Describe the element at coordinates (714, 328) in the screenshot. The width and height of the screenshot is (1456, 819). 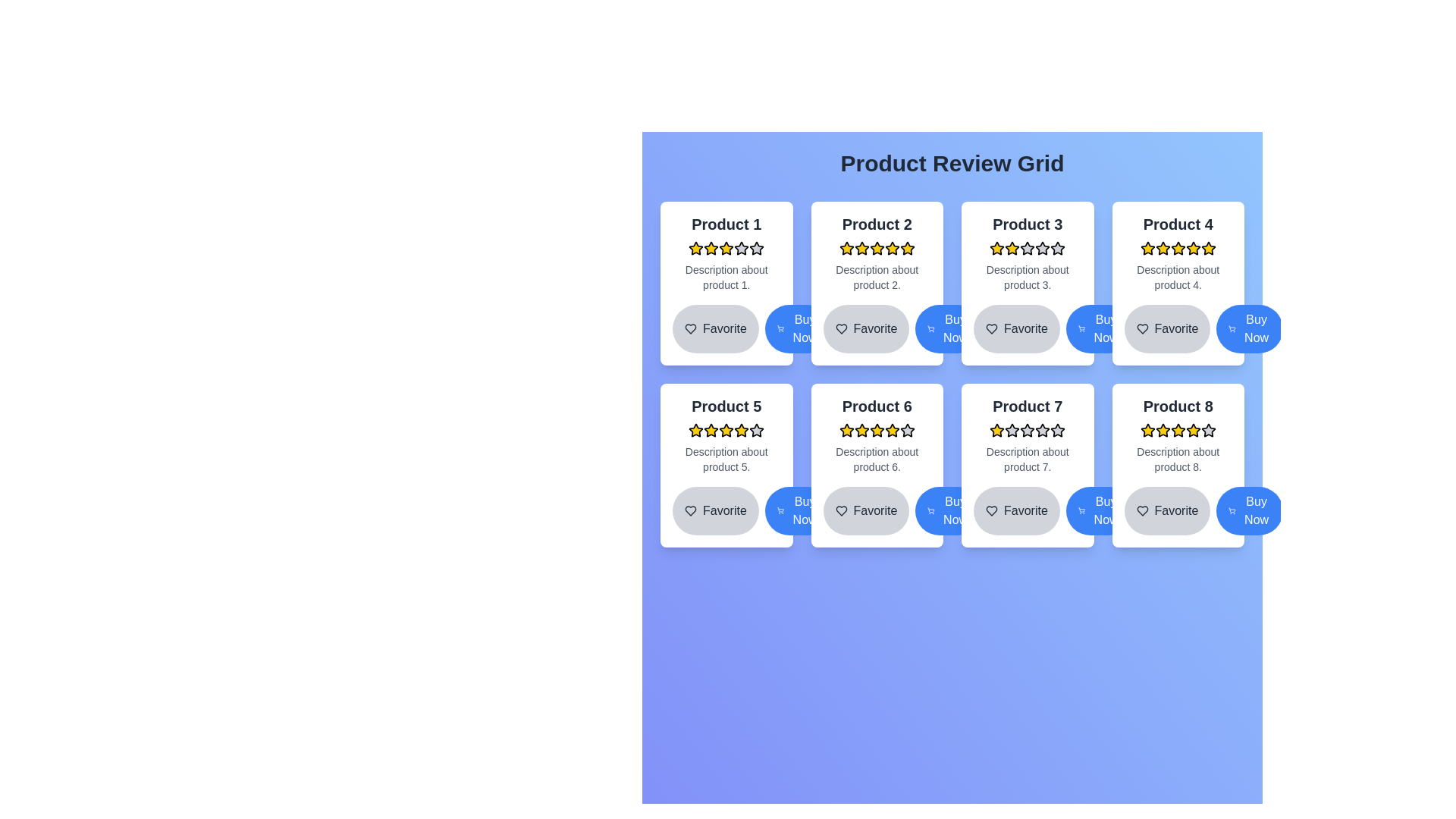
I see `the 'Favorite' button with a heart-shaped icon to mark the item as favorite` at that location.